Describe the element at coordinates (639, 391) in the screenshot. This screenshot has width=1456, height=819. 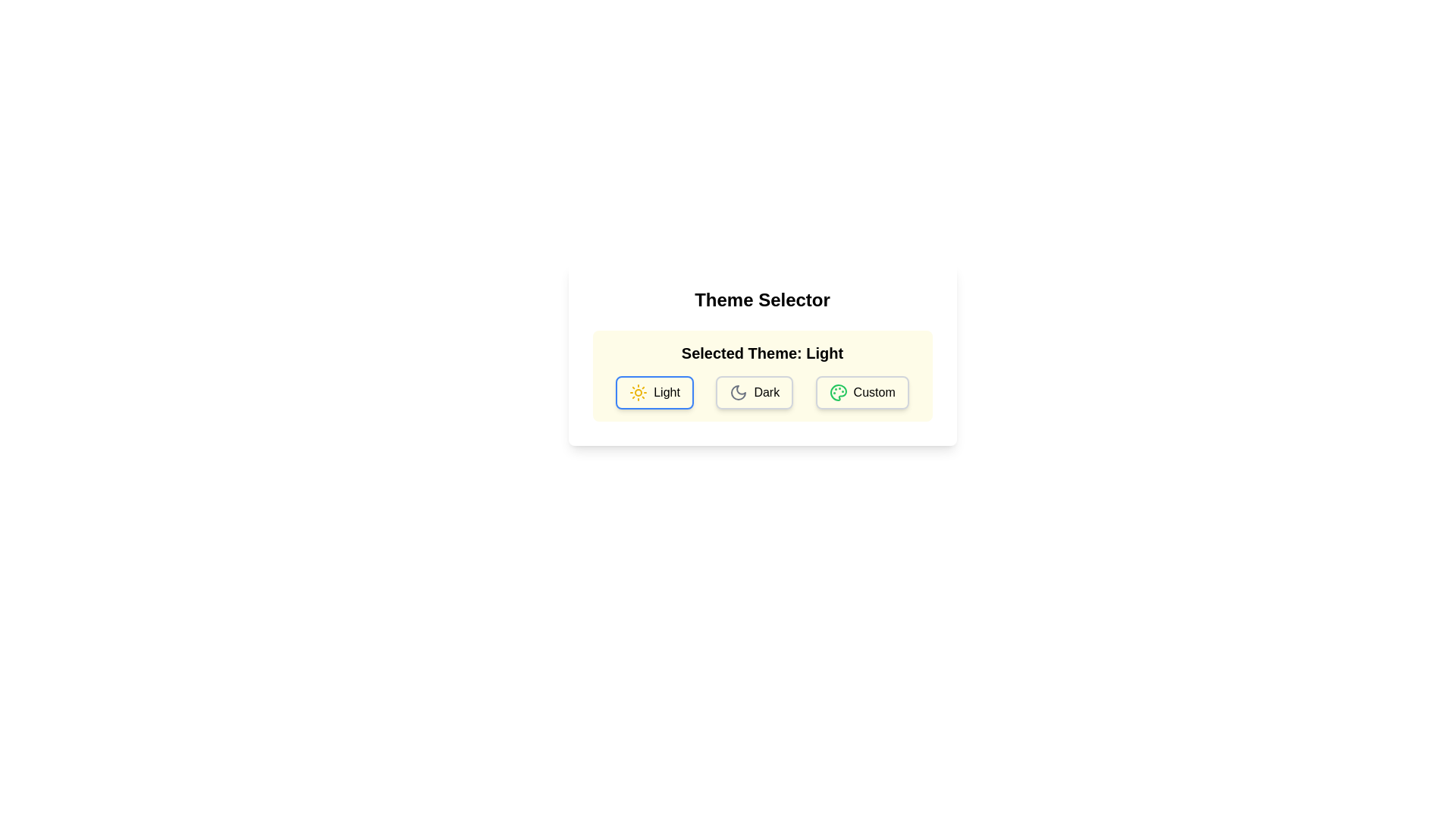
I see `the 'Light' theme icon in the theme selector interface, which is the leftmost icon representing the light mode setting` at that location.